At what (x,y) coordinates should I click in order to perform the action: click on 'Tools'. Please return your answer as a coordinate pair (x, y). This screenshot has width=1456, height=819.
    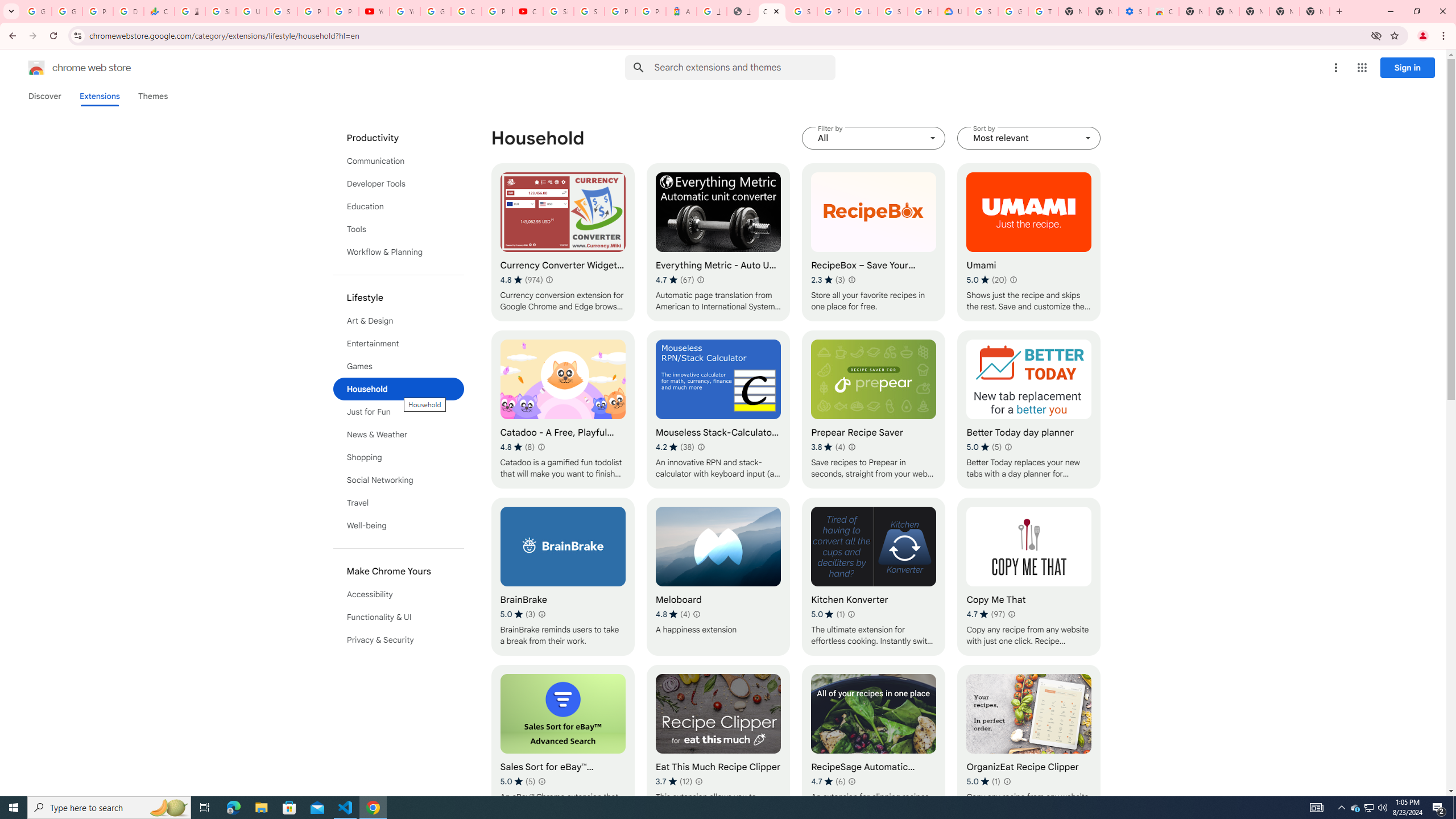
    Looking at the image, I should click on (399, 229).